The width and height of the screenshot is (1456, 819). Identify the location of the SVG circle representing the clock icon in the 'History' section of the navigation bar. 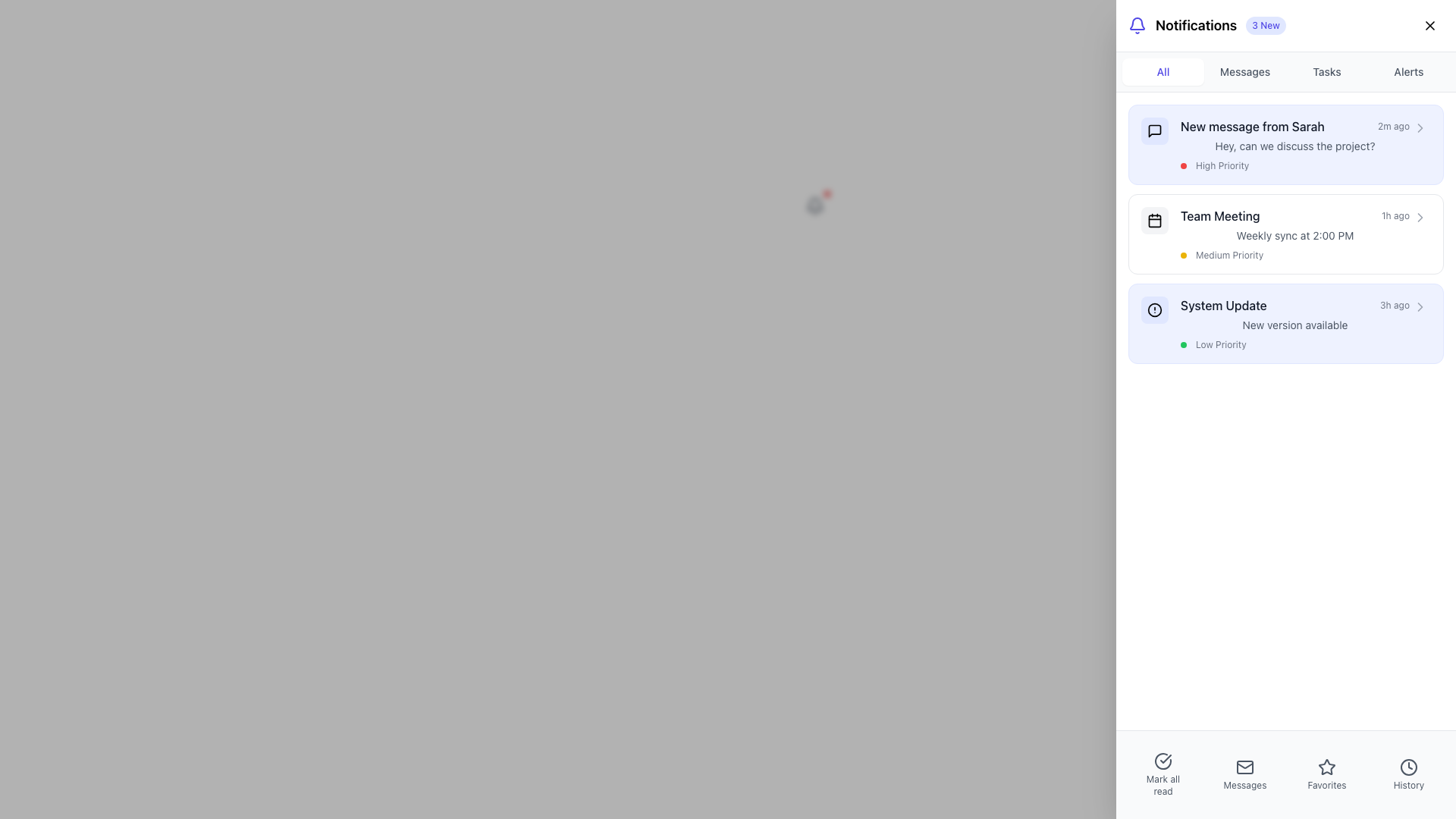
(1407, 767).